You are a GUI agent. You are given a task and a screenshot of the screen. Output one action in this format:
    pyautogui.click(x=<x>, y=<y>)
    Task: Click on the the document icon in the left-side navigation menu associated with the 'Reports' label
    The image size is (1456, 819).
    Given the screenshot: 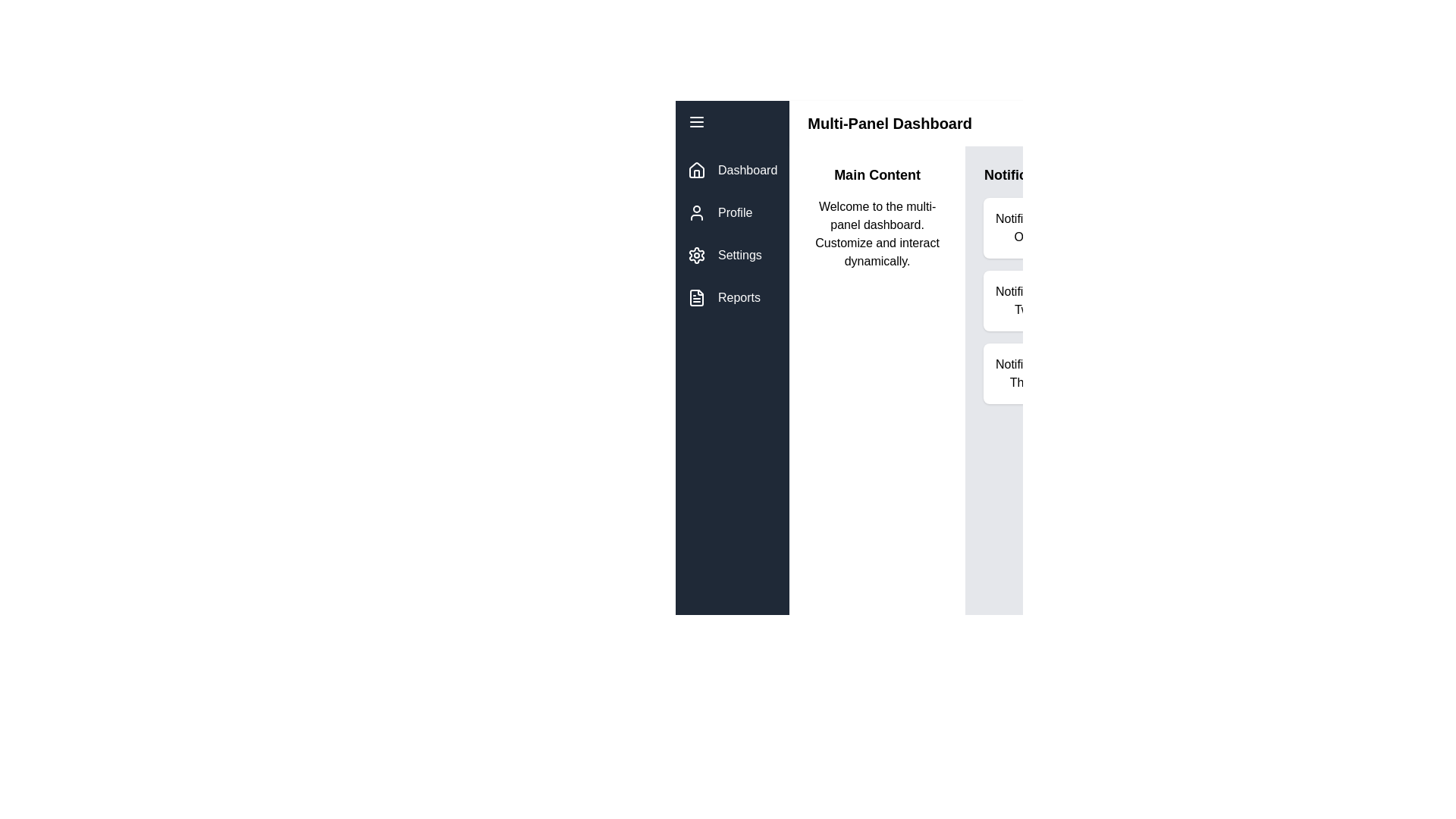 What is the action you would take?
    pyautogui.click(x=695, y=298)
    